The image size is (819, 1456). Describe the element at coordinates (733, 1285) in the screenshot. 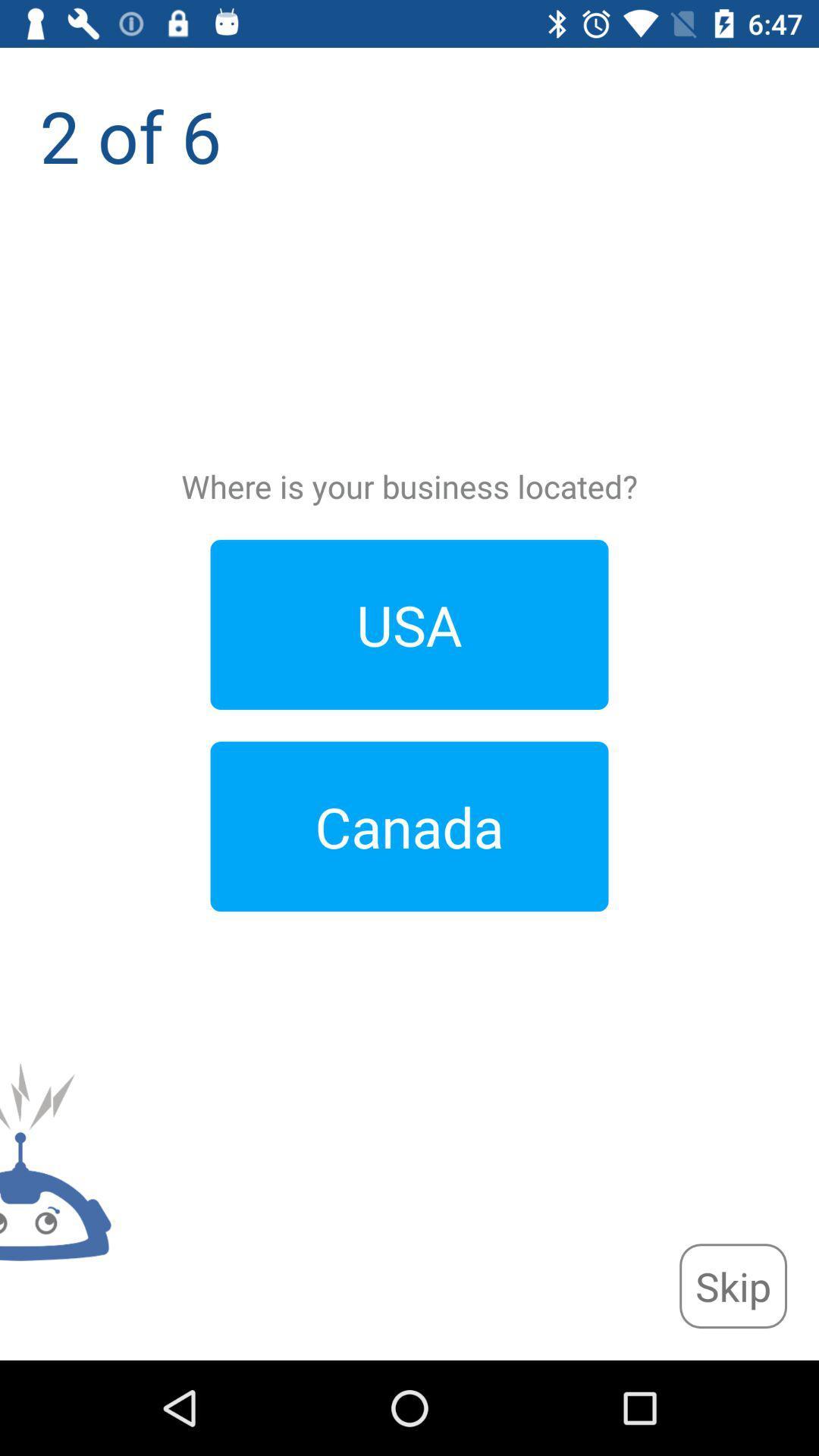

I see `the app below the 2 of 6 icon` at that location.